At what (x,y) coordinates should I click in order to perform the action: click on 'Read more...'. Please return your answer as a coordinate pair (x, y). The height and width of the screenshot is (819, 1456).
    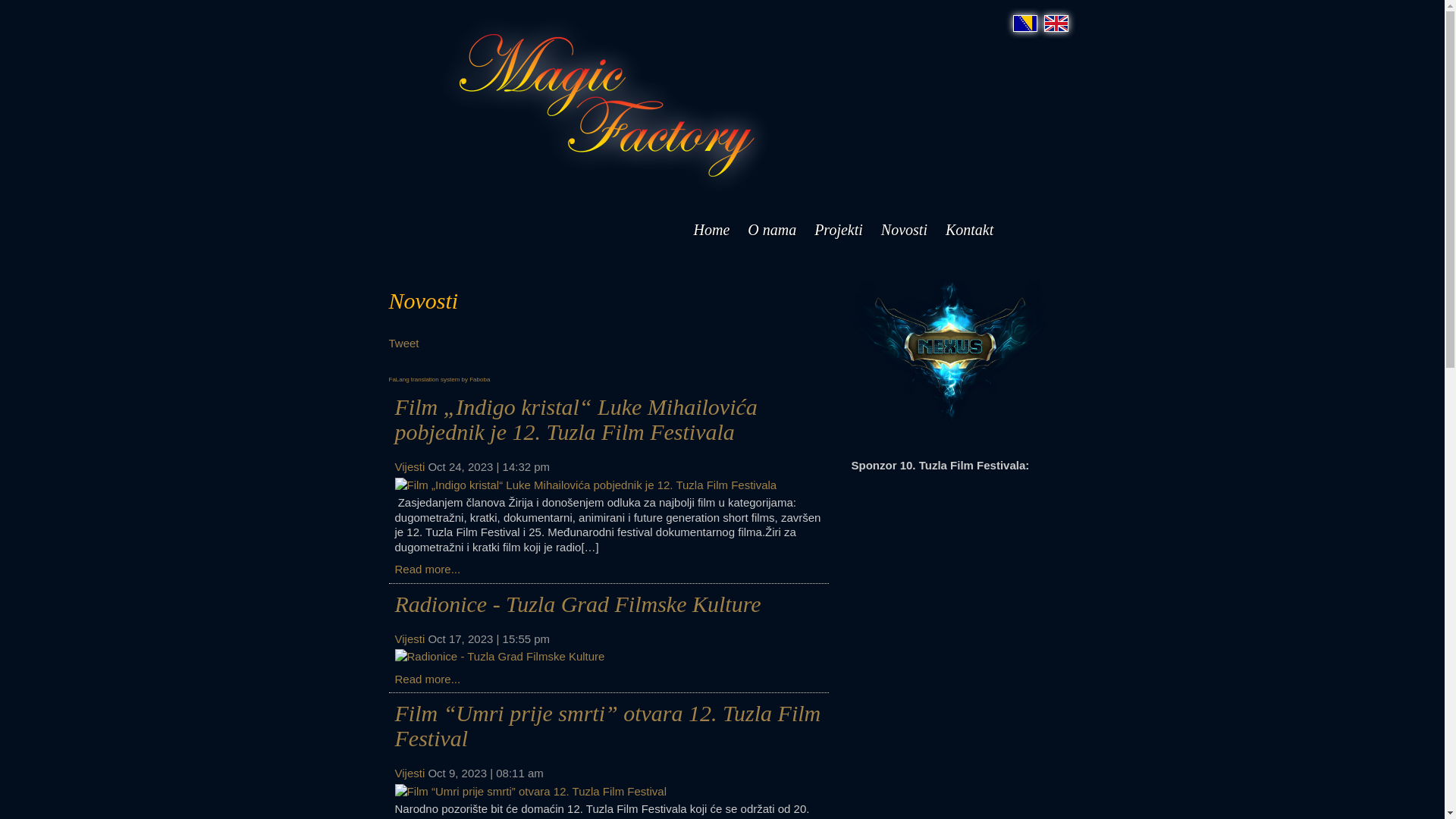
    Looking at the image, I should click on (426, 569).